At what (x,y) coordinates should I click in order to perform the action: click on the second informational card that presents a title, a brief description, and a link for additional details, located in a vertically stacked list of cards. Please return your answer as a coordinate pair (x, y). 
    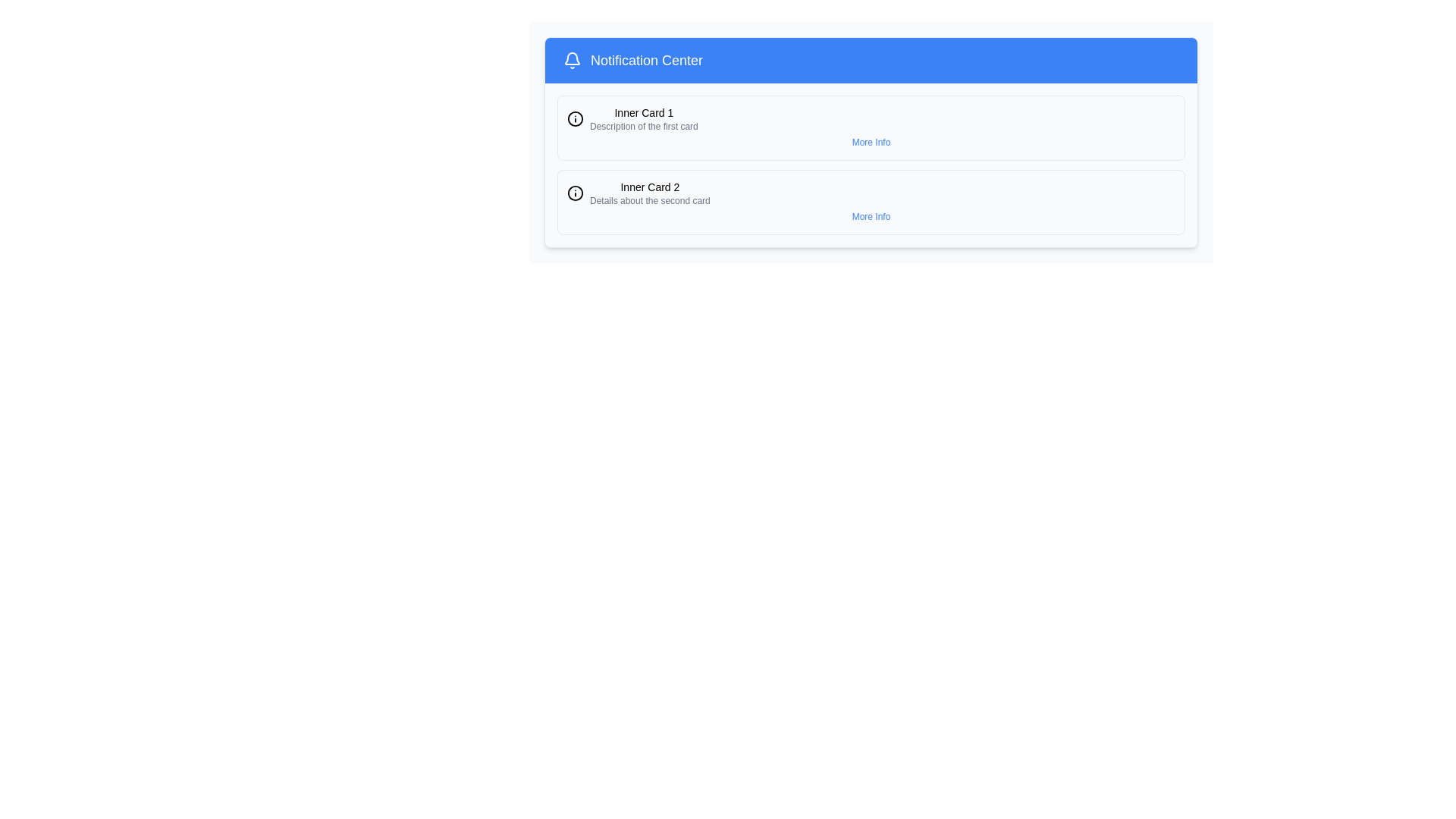
    Looking at the image, I should click on (871, 201).